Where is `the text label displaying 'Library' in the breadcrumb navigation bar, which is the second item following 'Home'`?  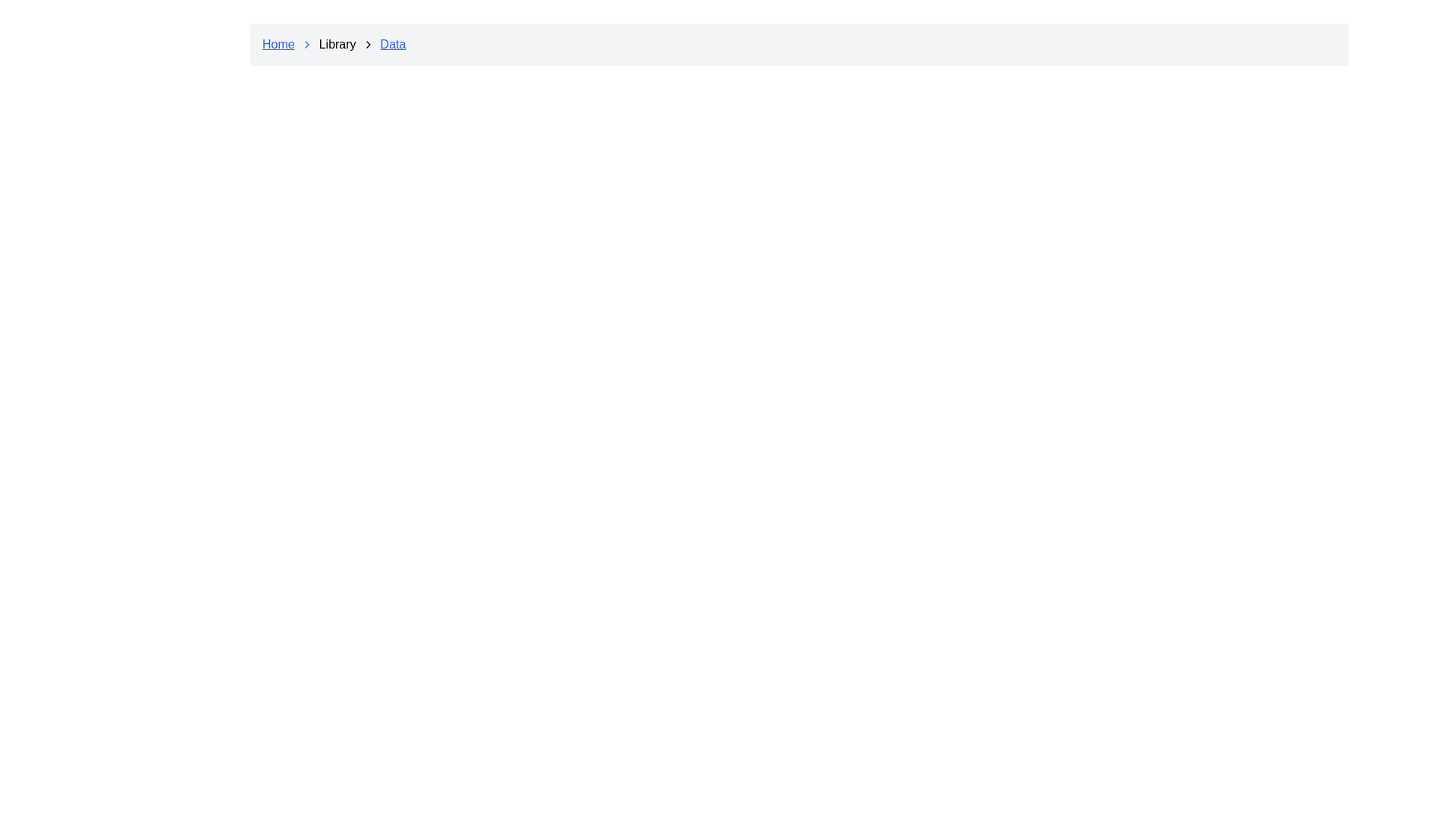
the text label displaying 'Library' in the breadcrumb navigation bar, which is the second item following 'Home' is located at coordinates (346, 43).